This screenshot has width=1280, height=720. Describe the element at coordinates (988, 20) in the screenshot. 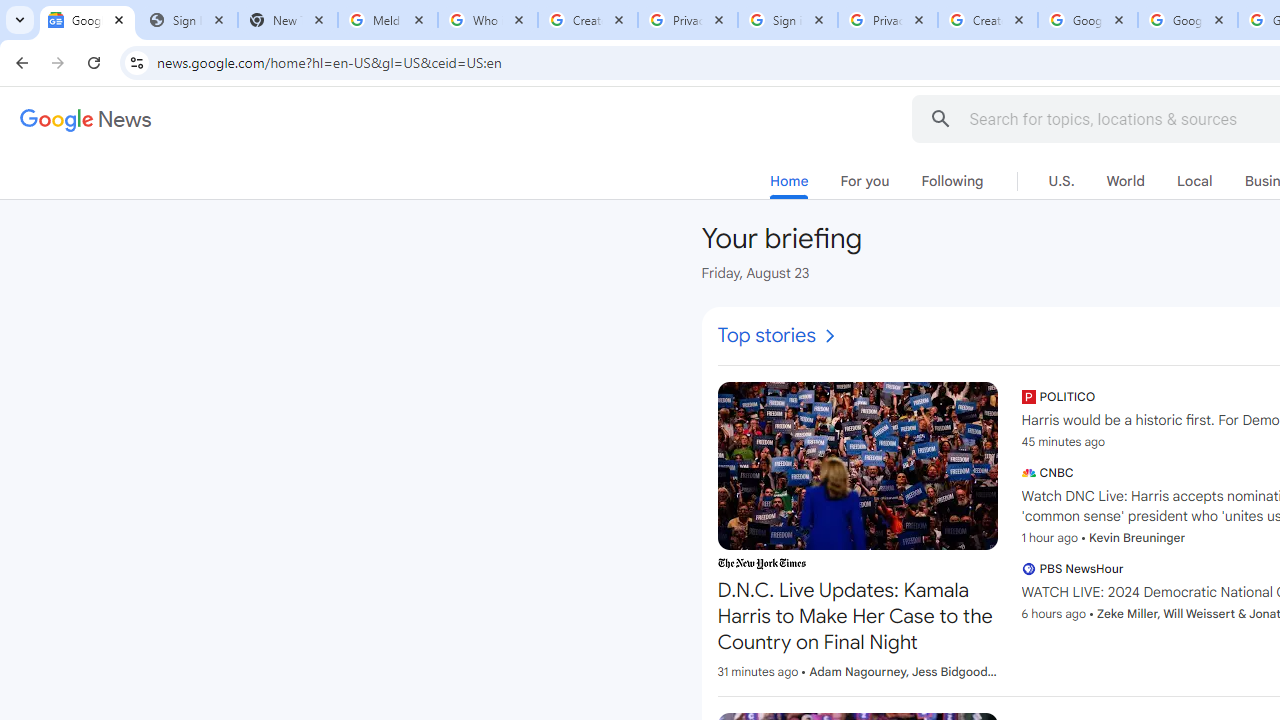

I see `'Create your Google Account'` at that location.